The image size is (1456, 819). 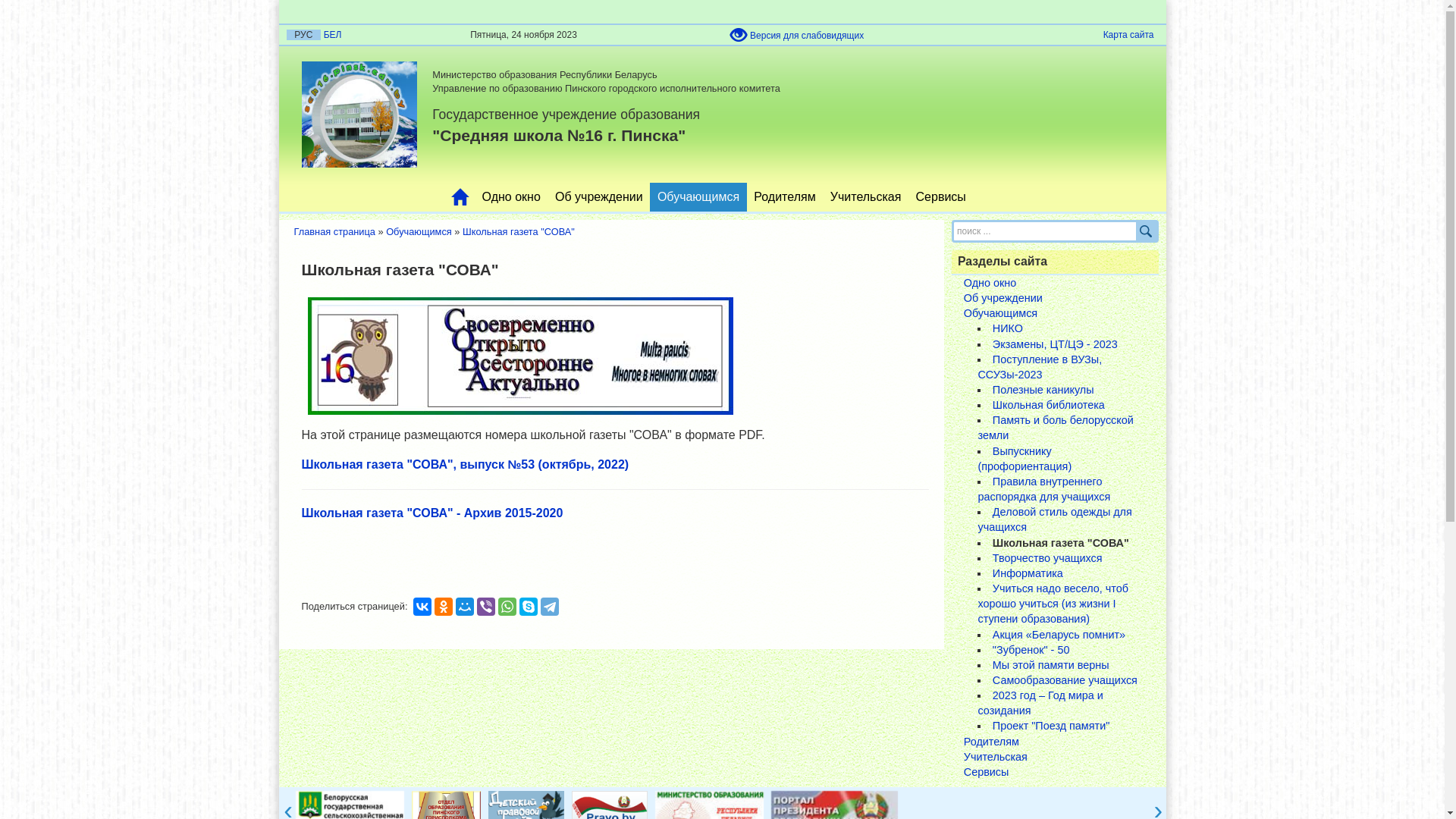 I want to click on 'Viber', so click(x=486, y=605).